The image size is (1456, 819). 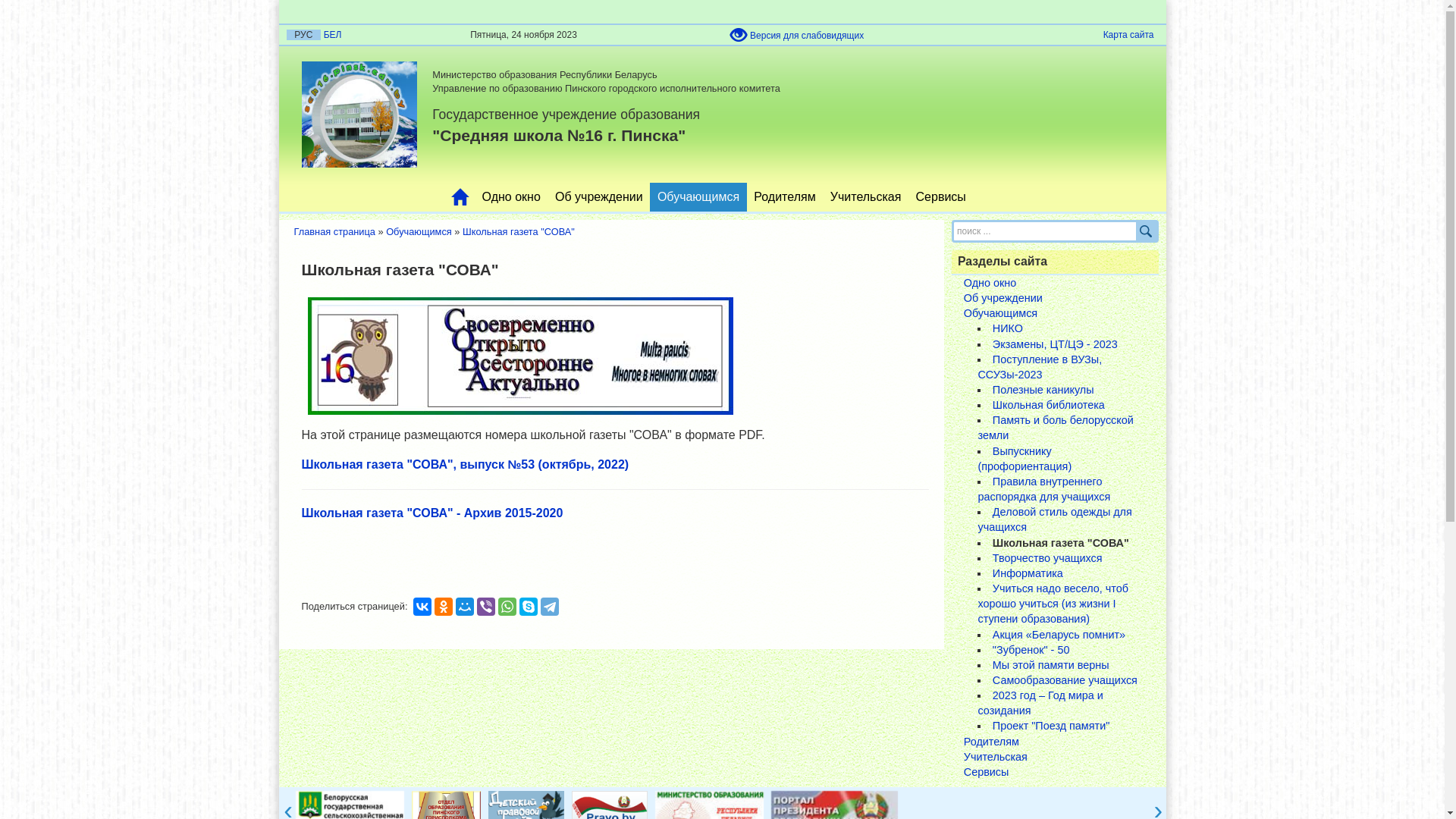 I want to click on 'Viber', so click(x=486, y=605).